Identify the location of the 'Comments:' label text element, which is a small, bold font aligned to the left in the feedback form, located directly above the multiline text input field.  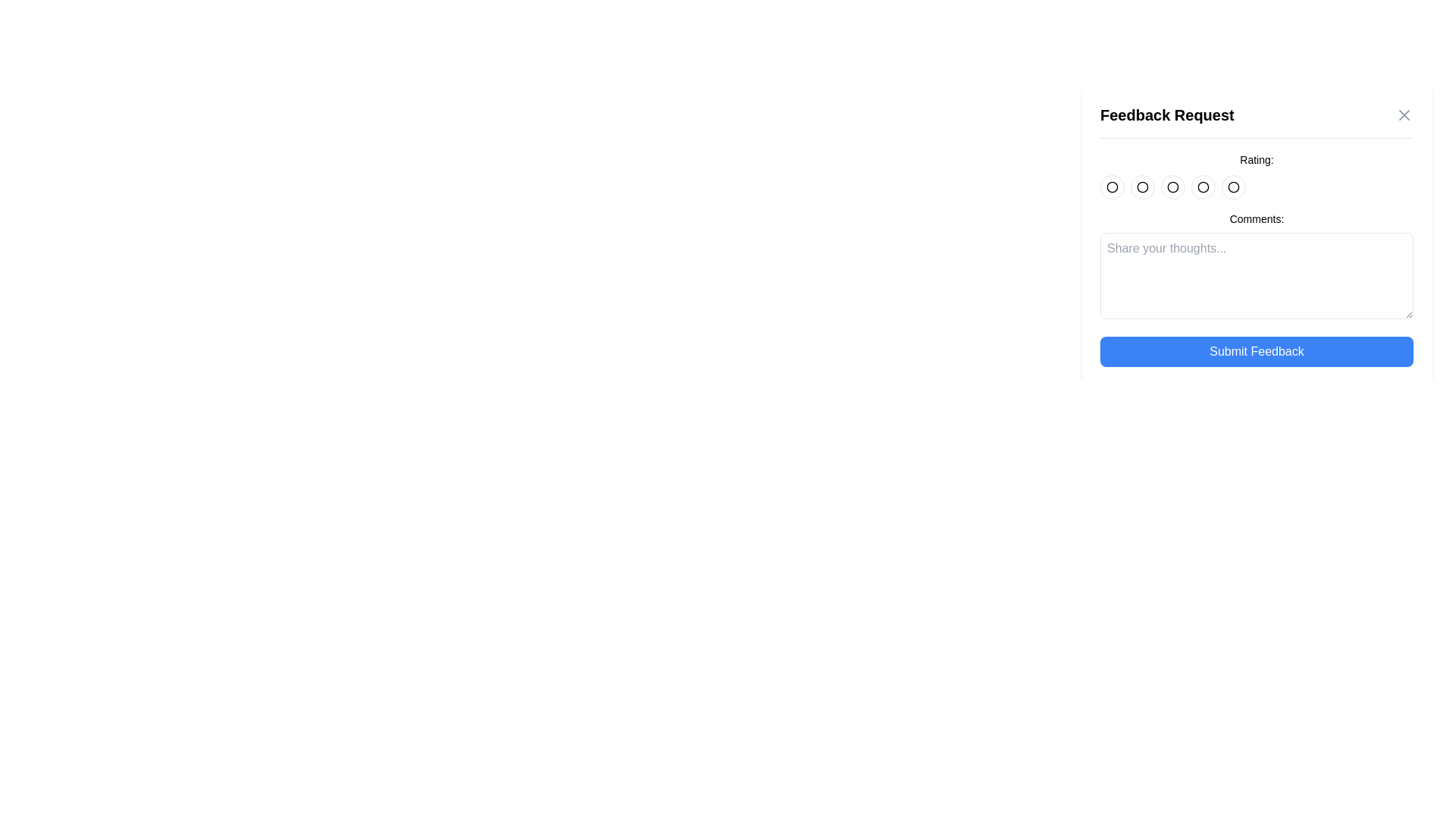
(1257, 219).